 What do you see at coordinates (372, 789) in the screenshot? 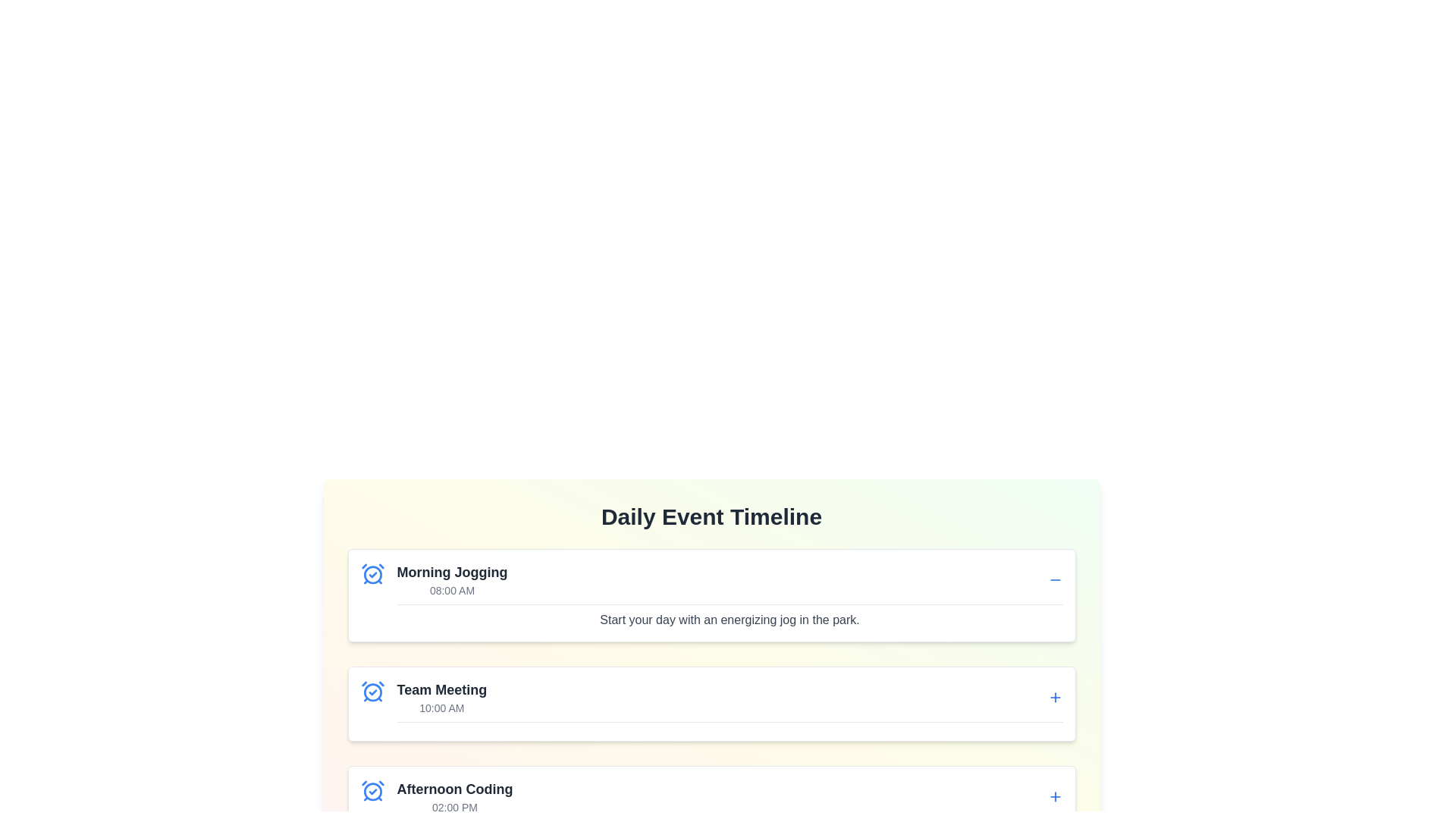
I see `the event type icon indicating a scheduled or completed event for 'Afternoon Coding', located at the top-left corner of the card and is the third icon in the list of events` at bounding box center [372, 789].